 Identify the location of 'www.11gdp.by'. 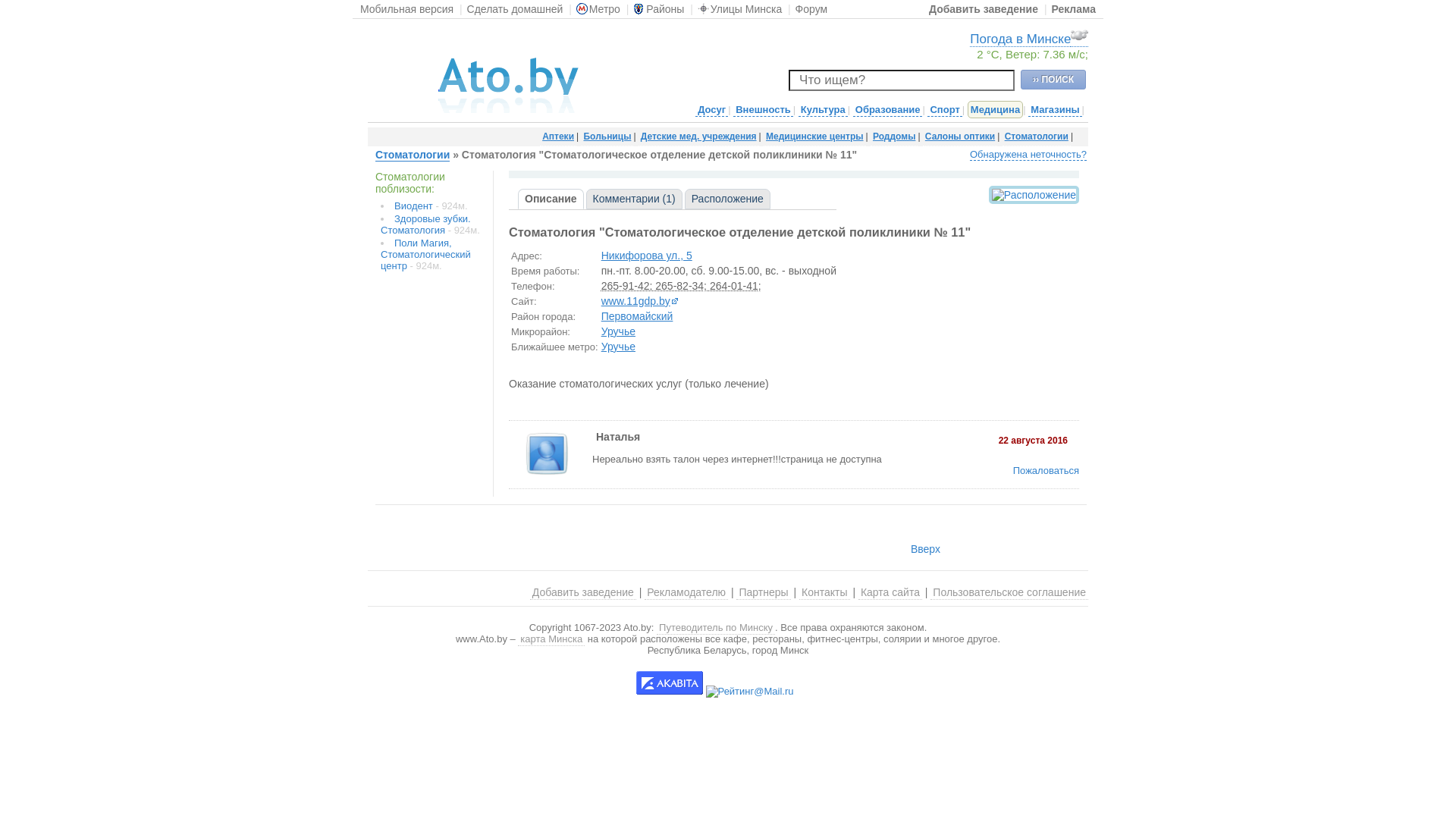
(639, 301).